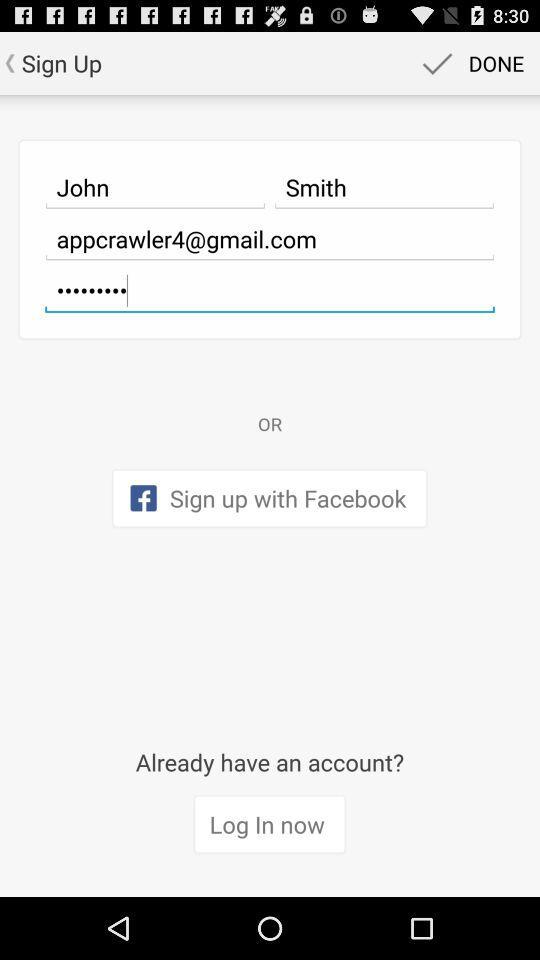 This screenshot has height=960, width=540. What do you see at coordinates (270, 289) in the screenshot?
I see `icon above or` at bounding box center [270, 289].